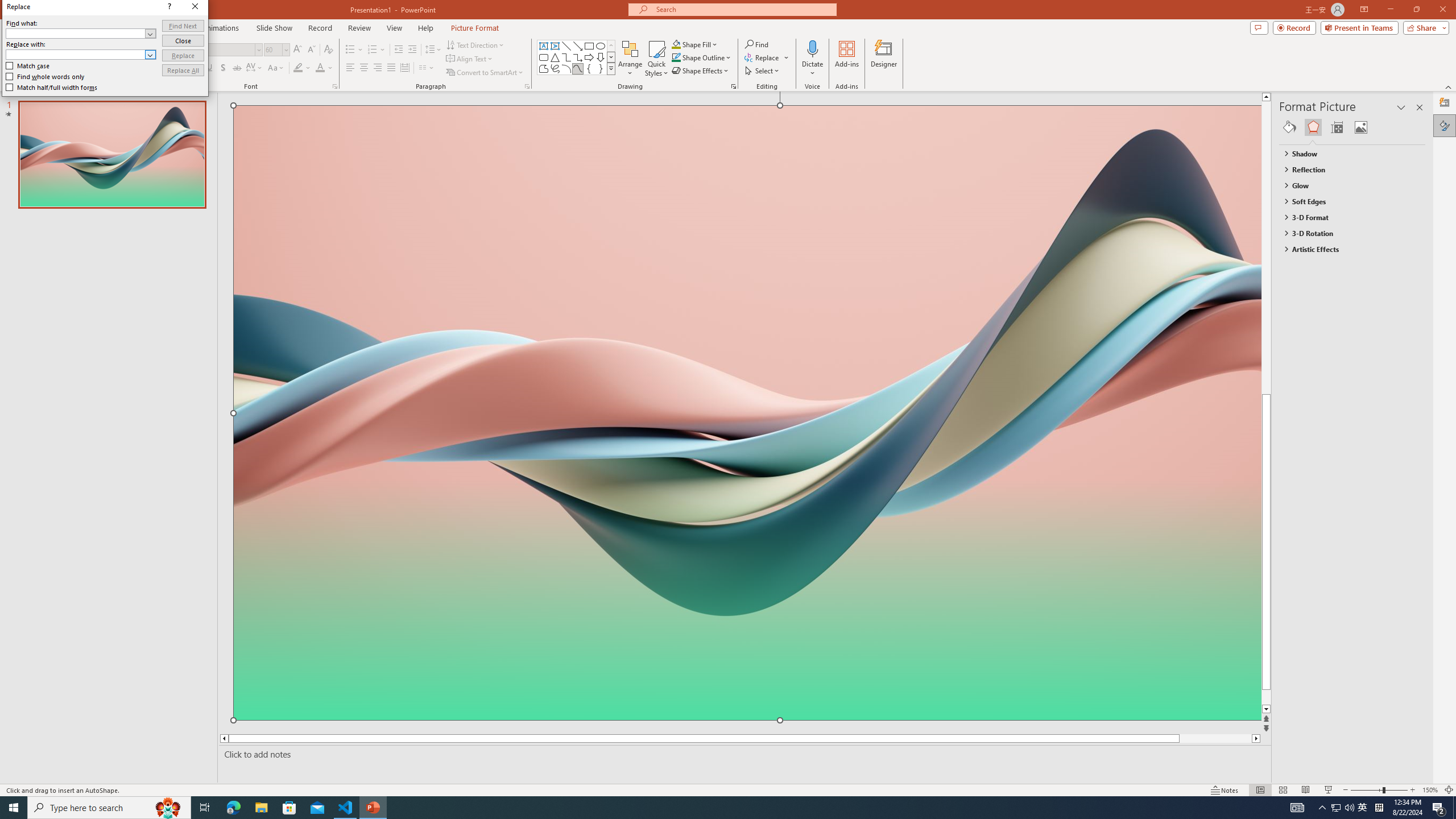  I want to click on 'Soft Edges', so click(1347, 201).